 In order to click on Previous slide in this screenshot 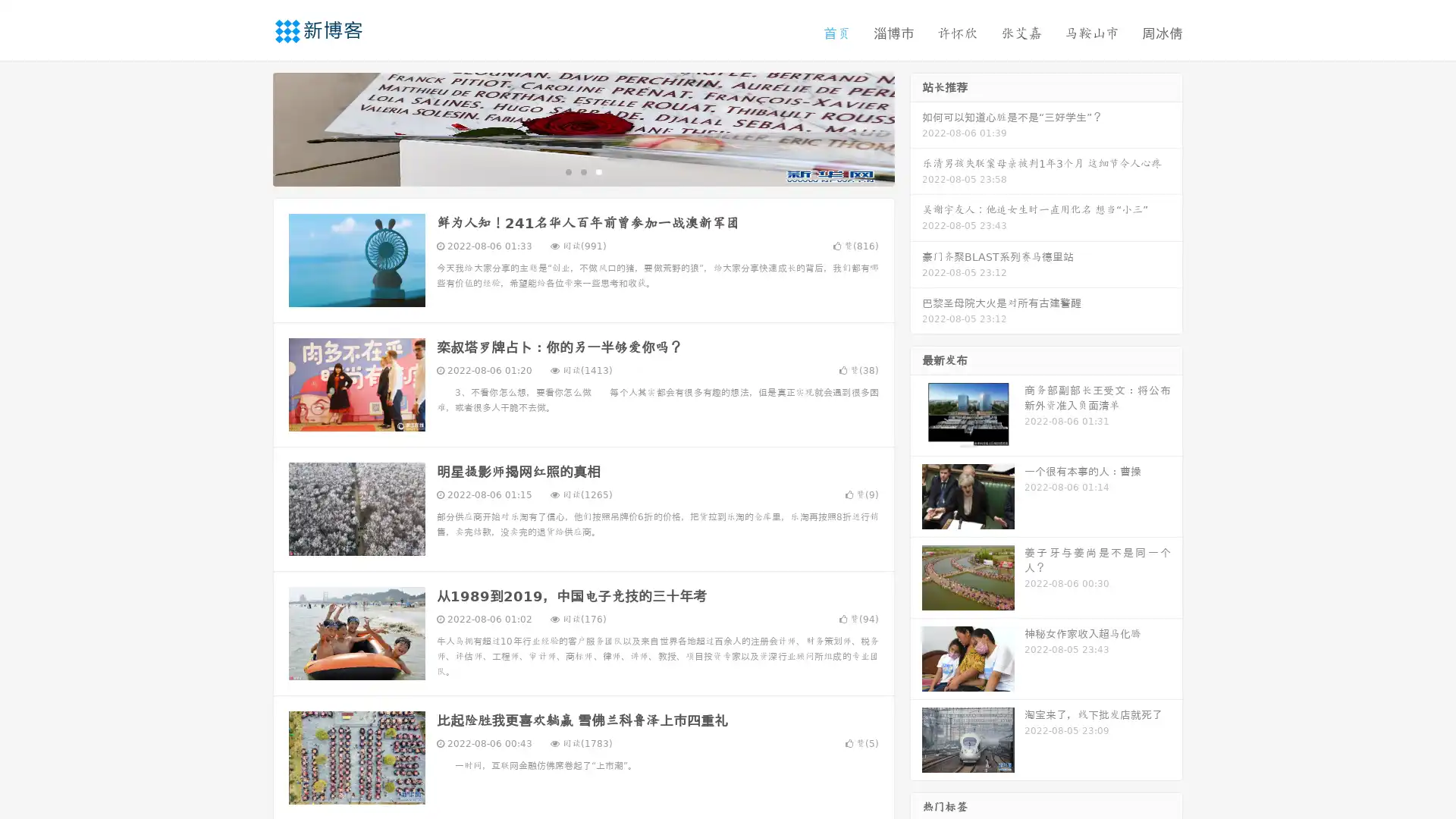, I will do `click(250, 127)`.